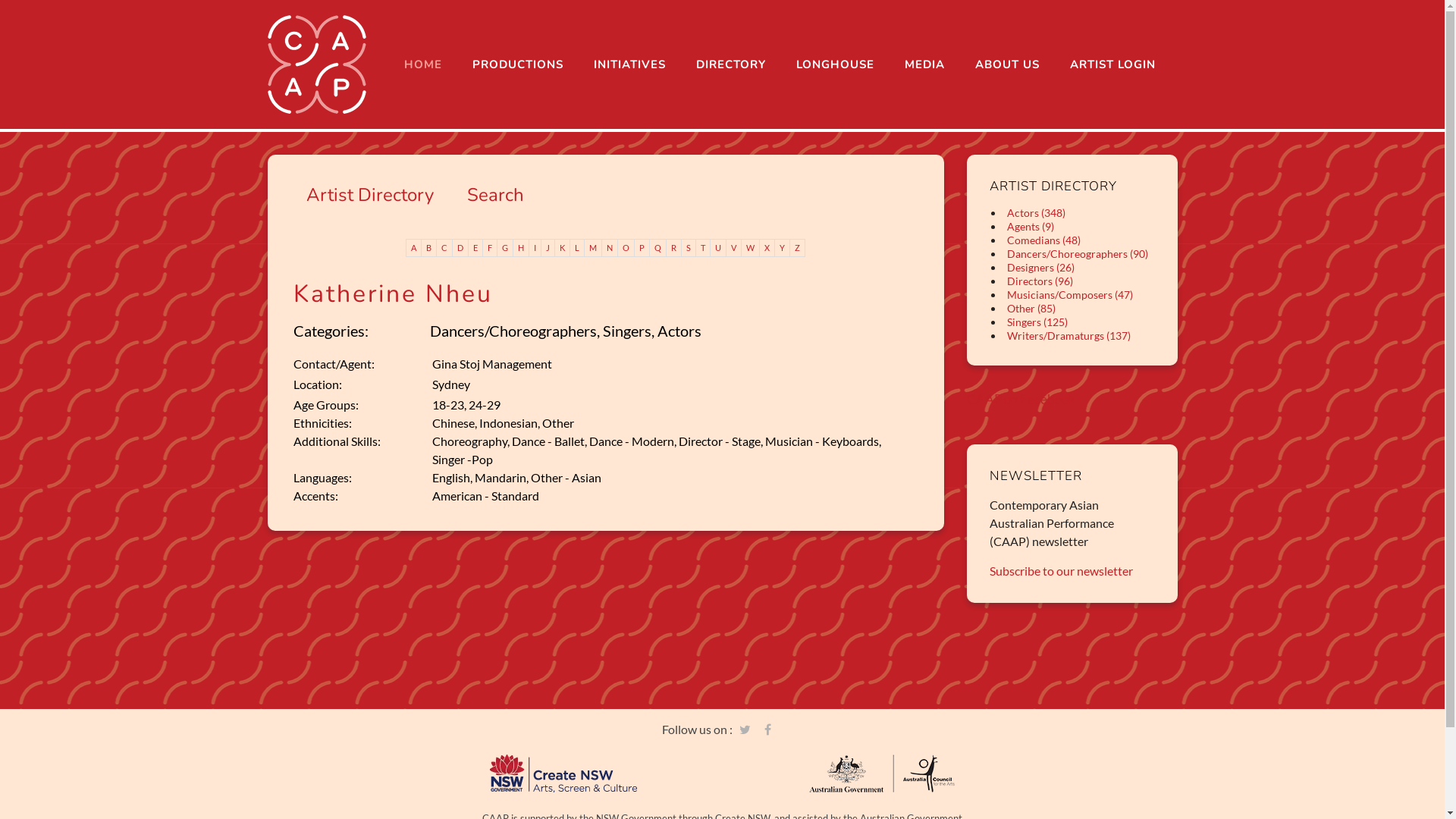 This screenshot has height=819, width=1456. Describe the element at coordinates (626, 247) in the screenshot. I see `'O'` at that location.